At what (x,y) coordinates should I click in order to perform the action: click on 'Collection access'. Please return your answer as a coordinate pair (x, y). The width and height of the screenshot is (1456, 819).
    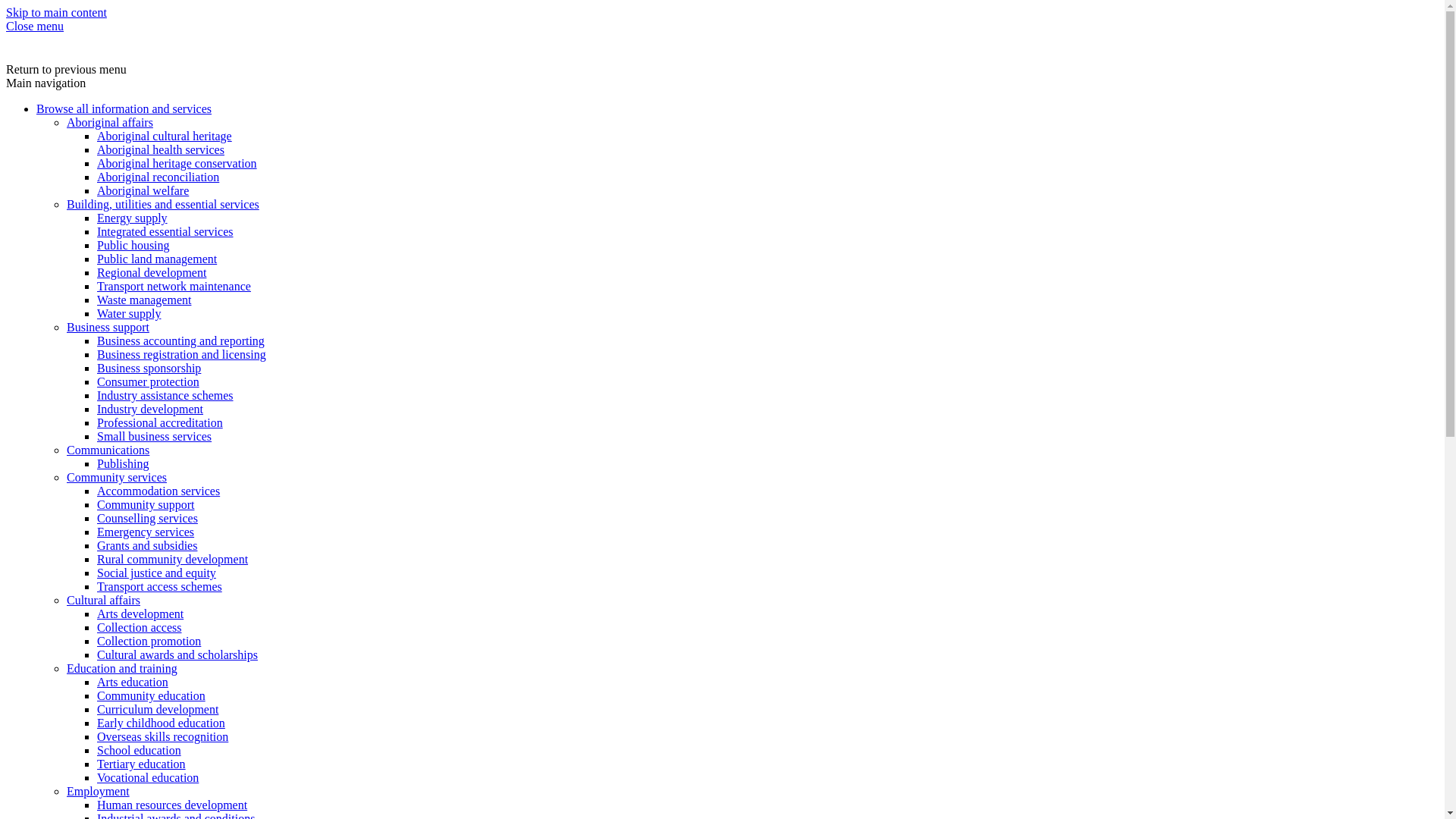
    Looking at the image, I should click on (139, 627).